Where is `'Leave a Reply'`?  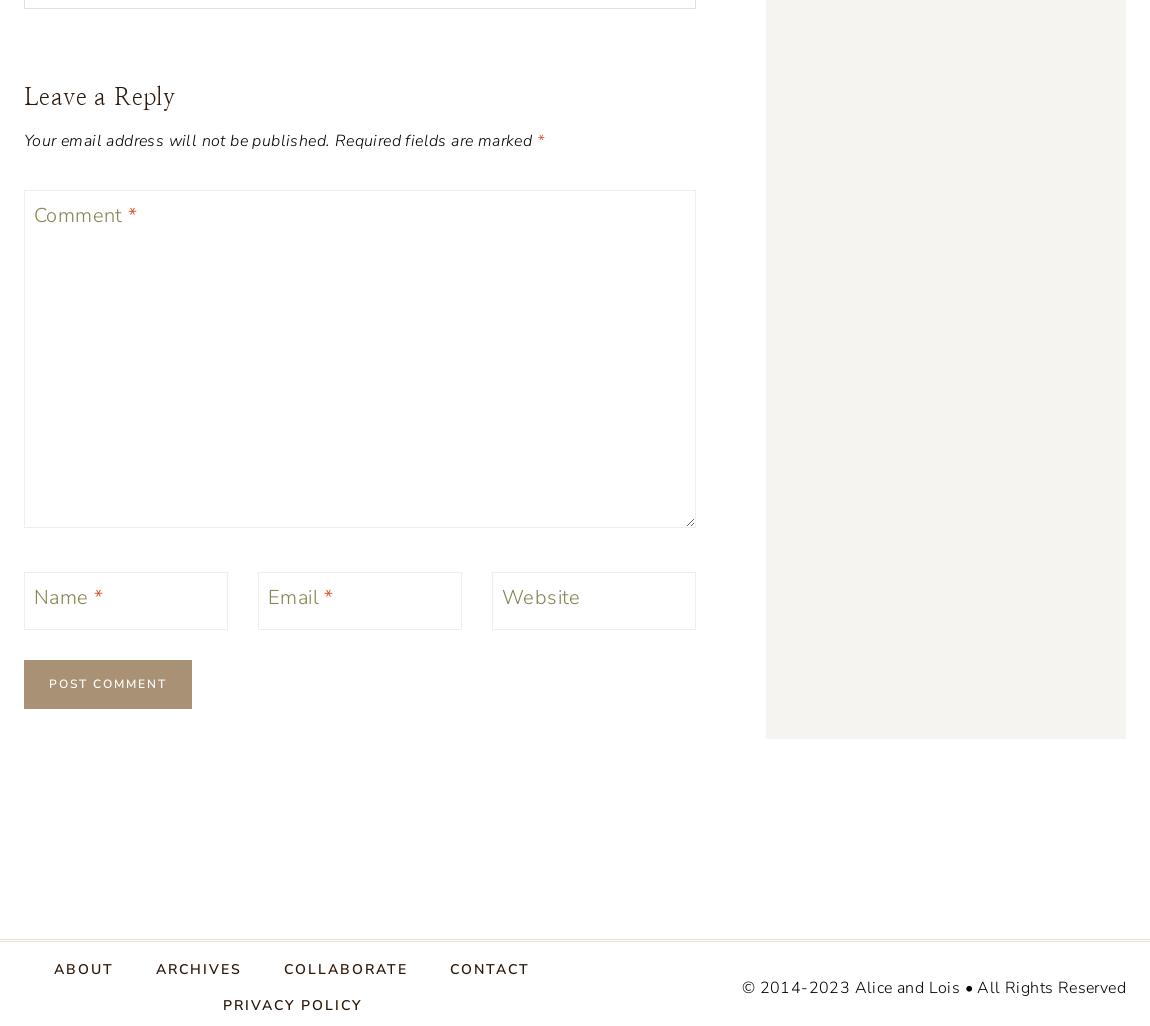 'Leave a Reply' is located at coordinates (98, 95).